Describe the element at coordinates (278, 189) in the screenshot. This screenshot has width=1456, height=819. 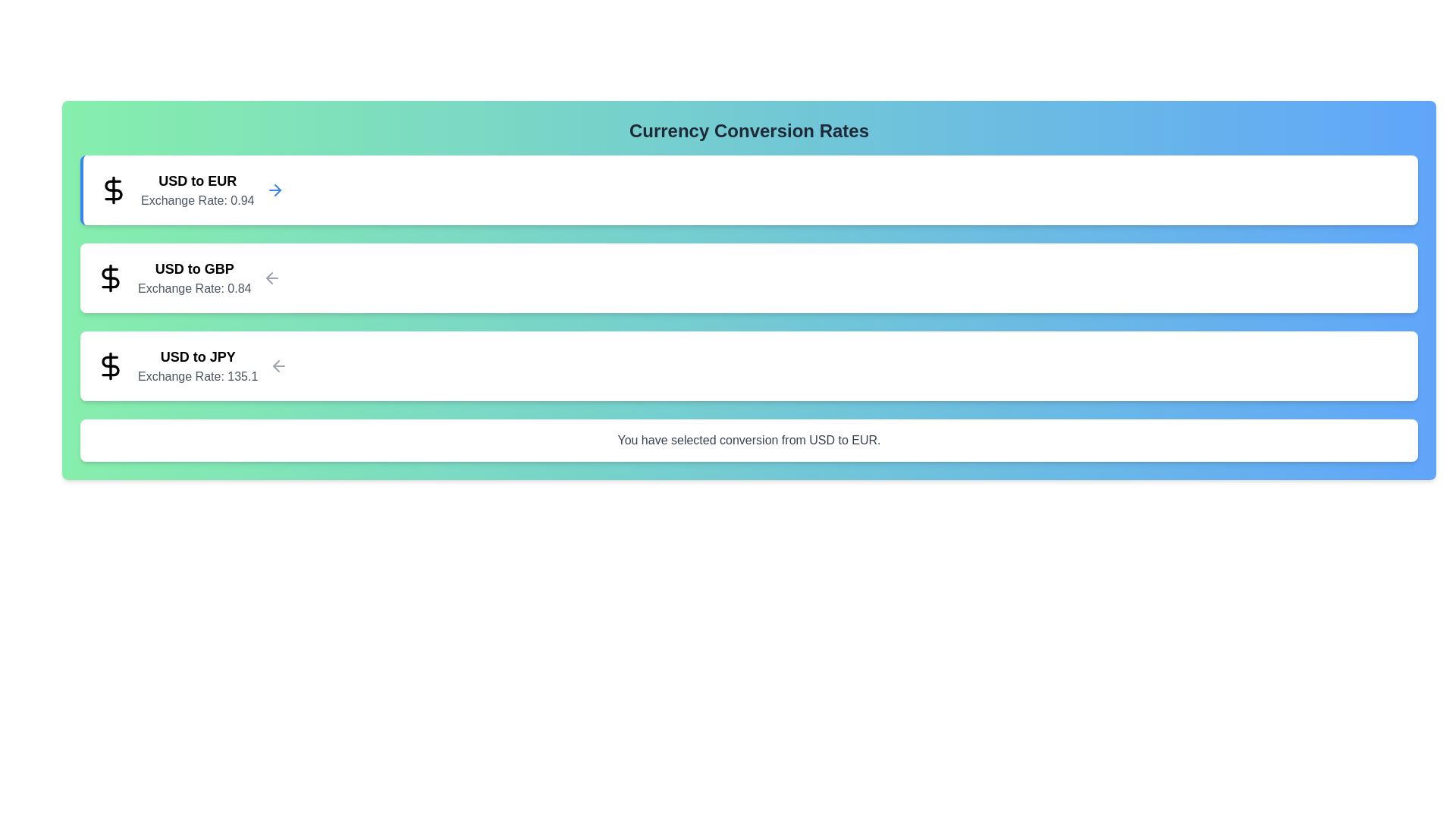
I see `the right-pointing arrow icon within the SVG graphic associated with the 'USD to EUR' conversion row to proceed or navigate` at that location.